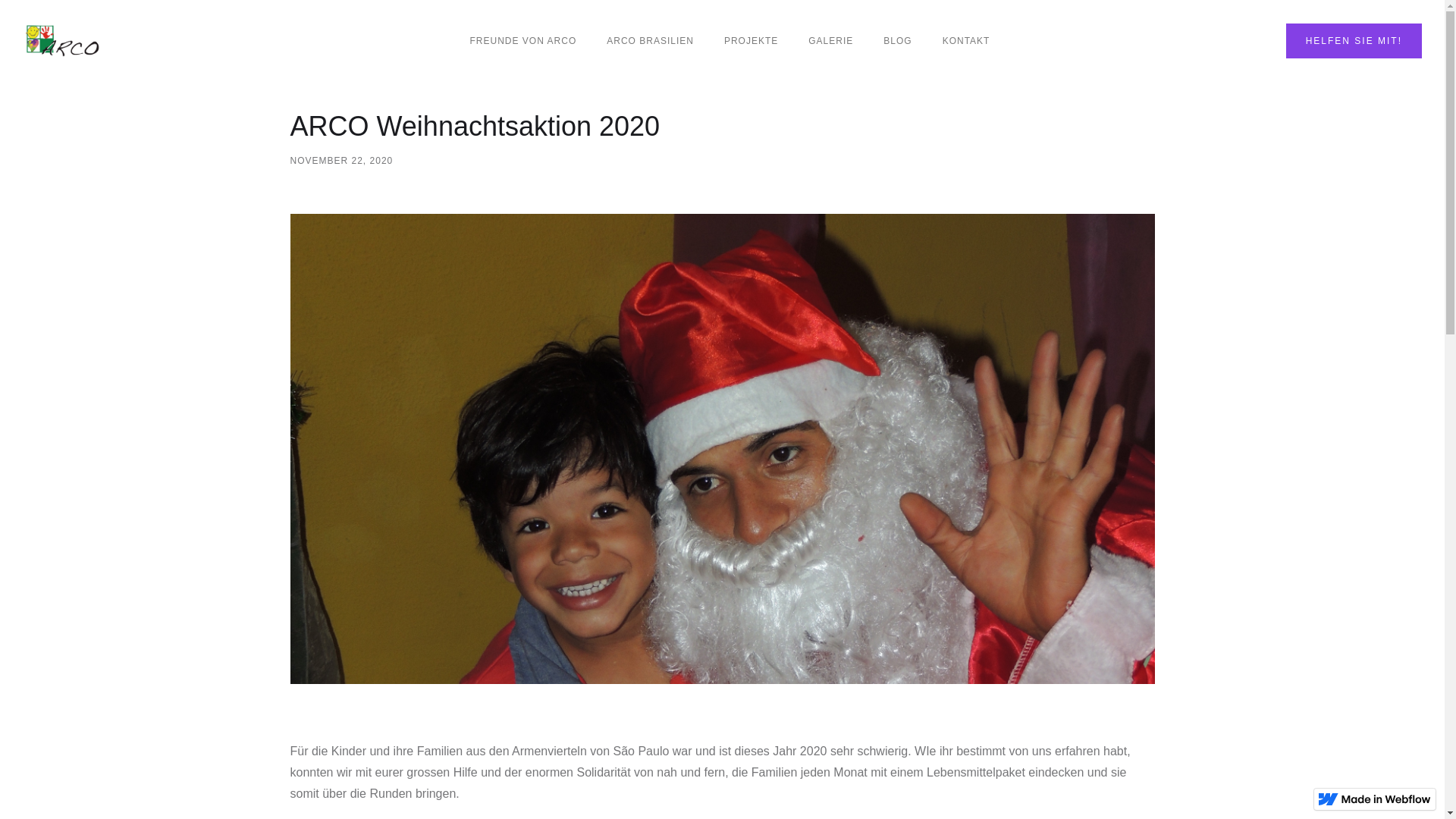  What do you see at coordinates (897, 40) in the screenshot?
I see `'BLOG'` at bounding box center [897, 40].